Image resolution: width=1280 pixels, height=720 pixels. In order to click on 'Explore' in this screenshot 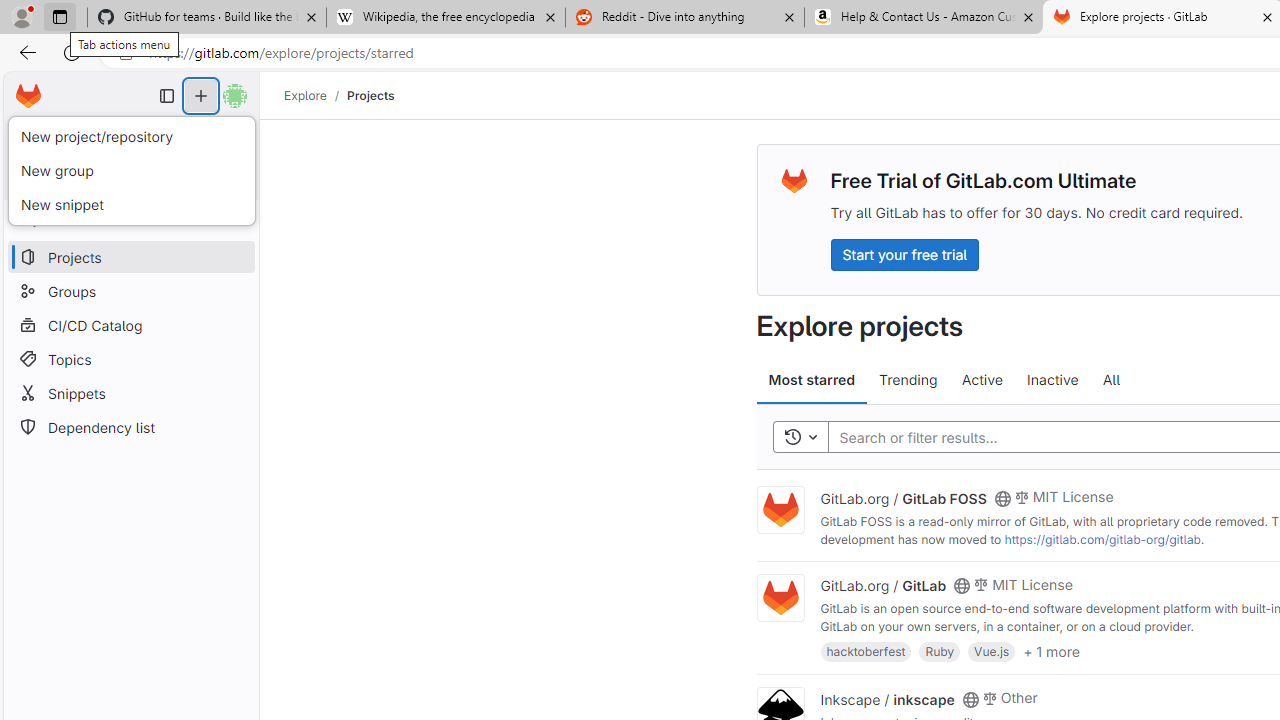, I will do `click(304, 95)`.